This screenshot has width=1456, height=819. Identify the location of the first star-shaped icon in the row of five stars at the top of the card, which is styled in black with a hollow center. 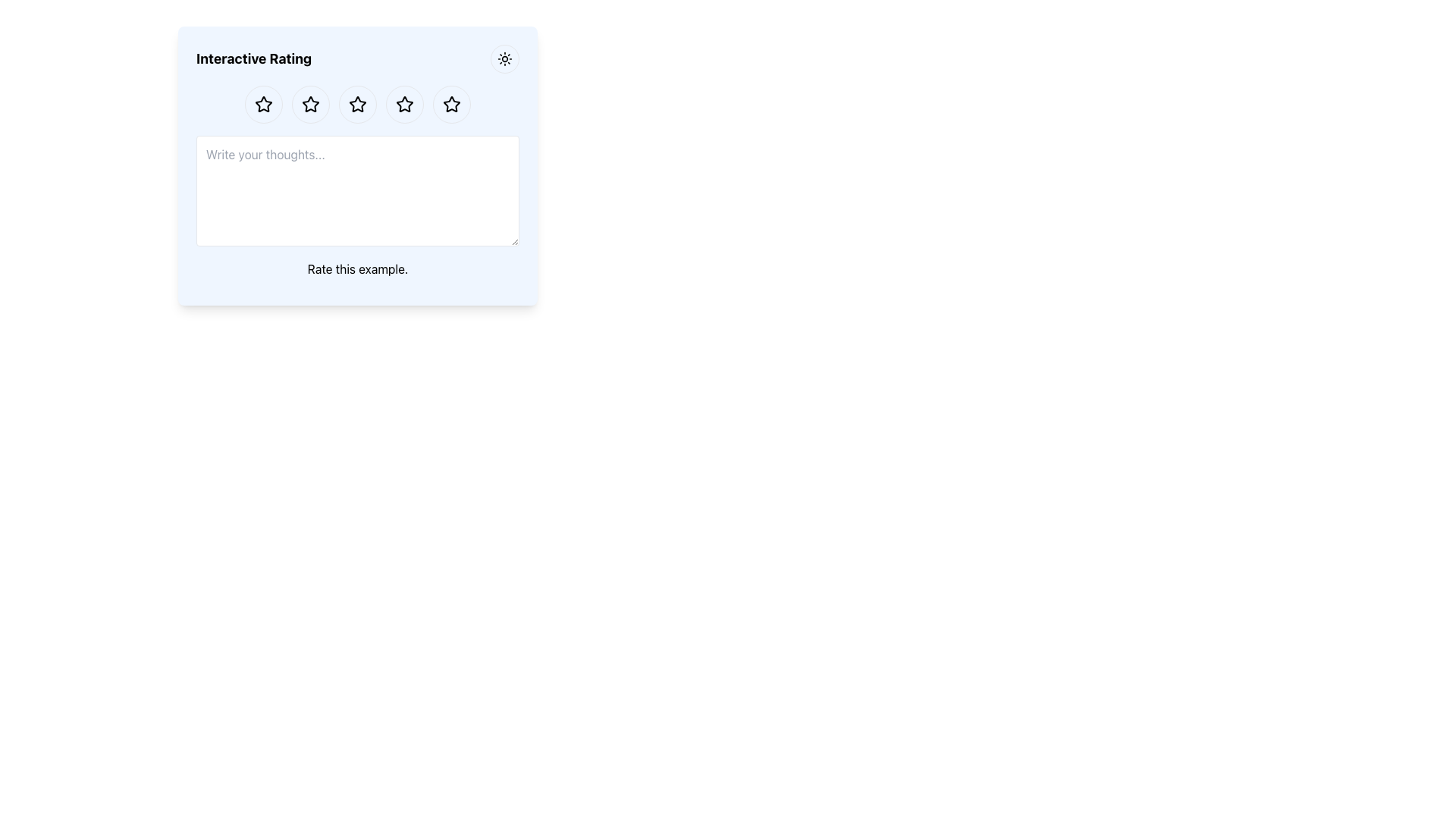
(263, 103).